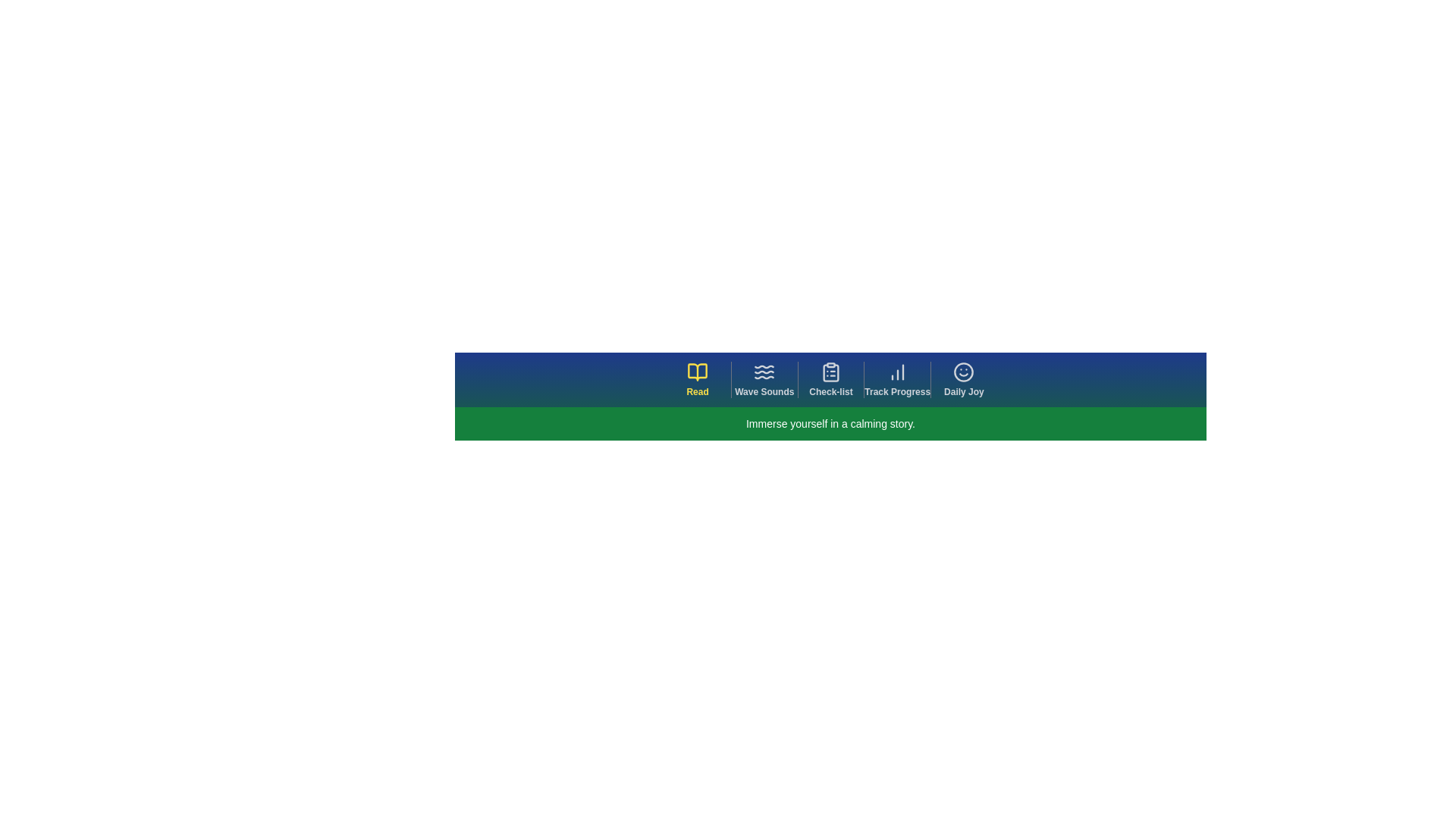 Image resolution: width=1456 pixels, height=819 pixels. Describe the element at coordinates (830, 379) in the screenshot. I see `the navigation tab labeled Check-list` at that location.